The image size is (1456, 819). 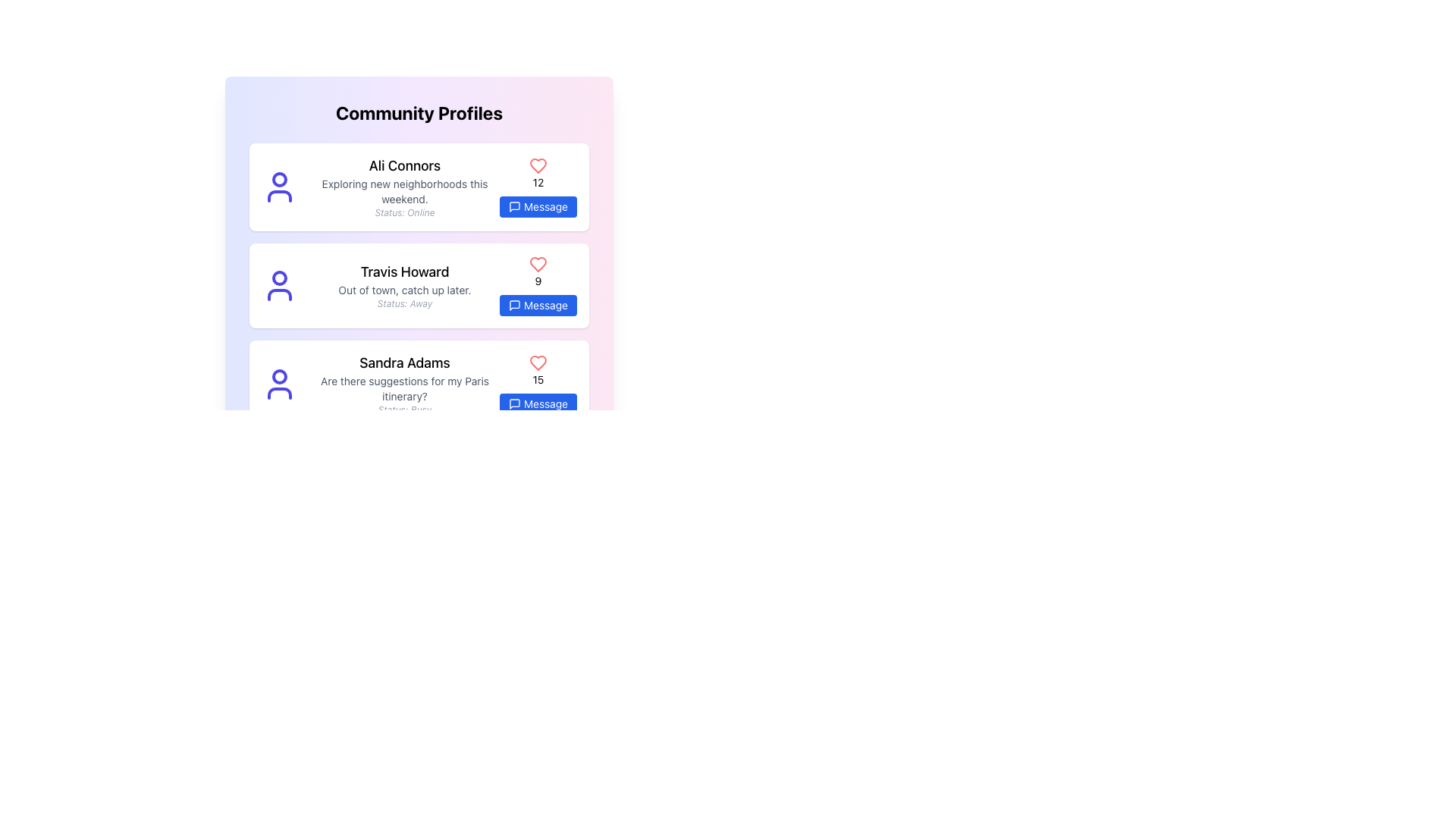 I want to click on message displayed in the Text Label for 'Travis Howard', which provides contextual information about their current state or activity, so click(x=404, y=290).